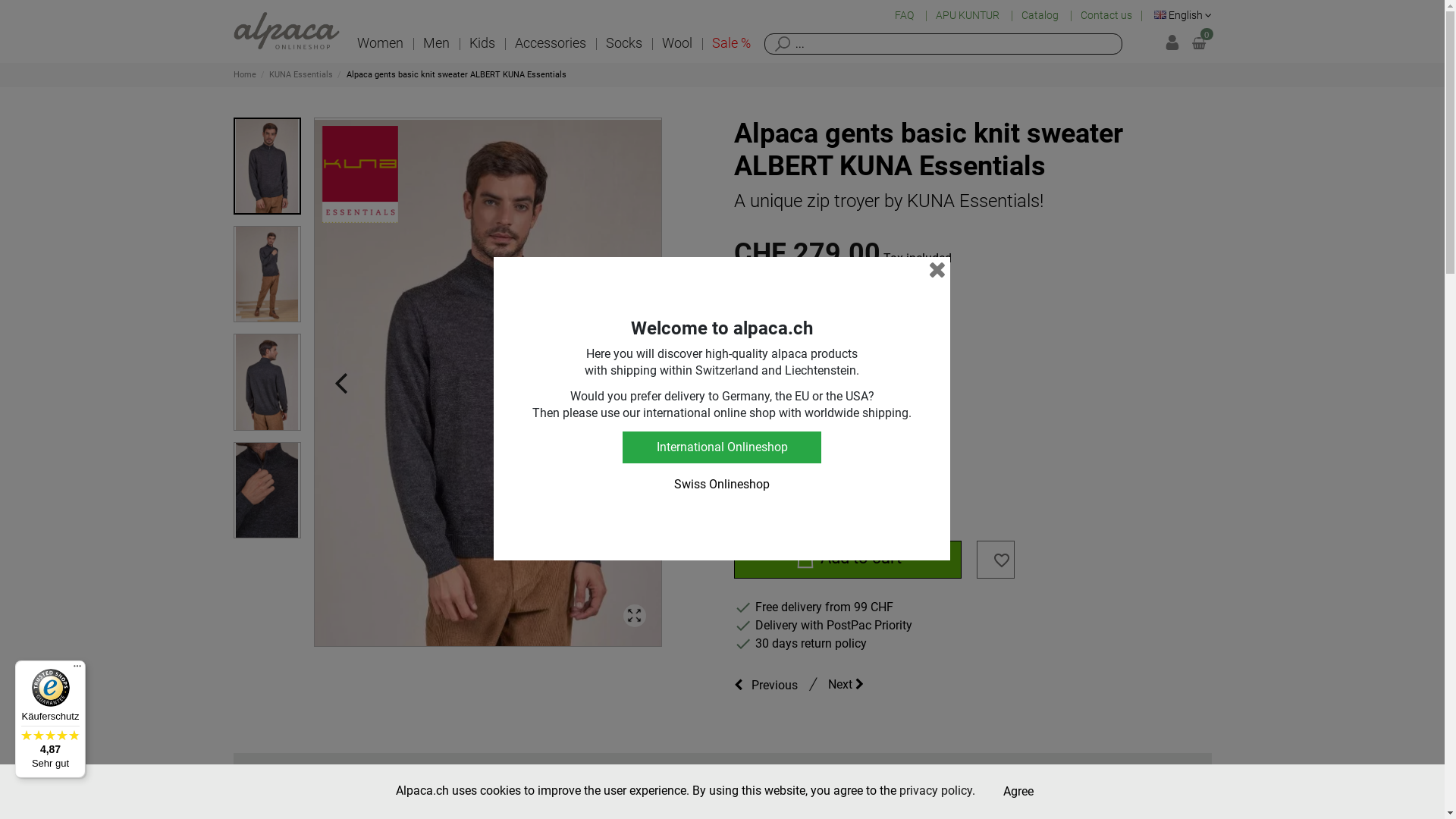 The width and height of the screenshot is (1456, 819). I want to click on 'Agree', so click(1018, 791).